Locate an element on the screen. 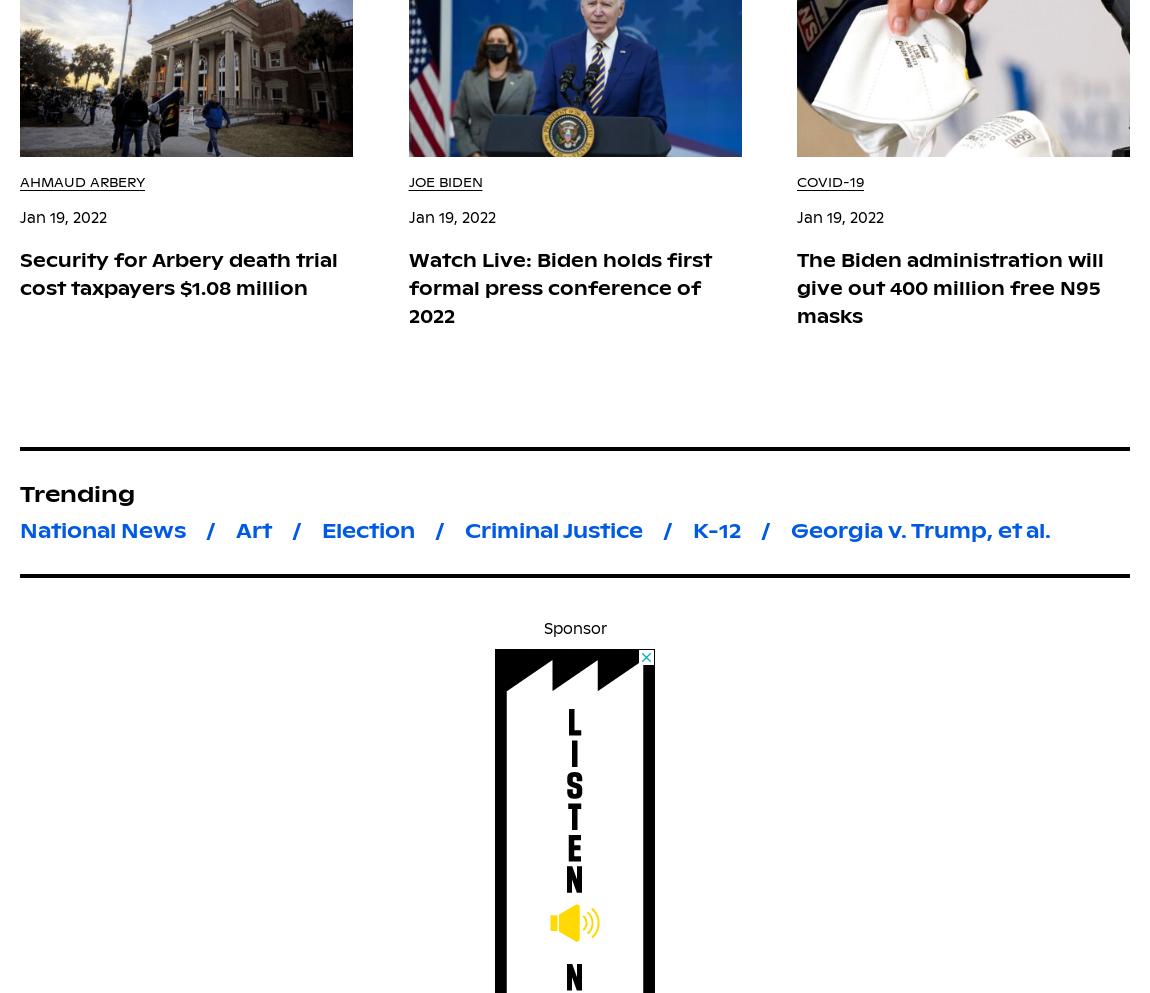 This screenshot has height=993, width=1150. 'Ahmaud Arbery' is located at coordinates (81, 181).